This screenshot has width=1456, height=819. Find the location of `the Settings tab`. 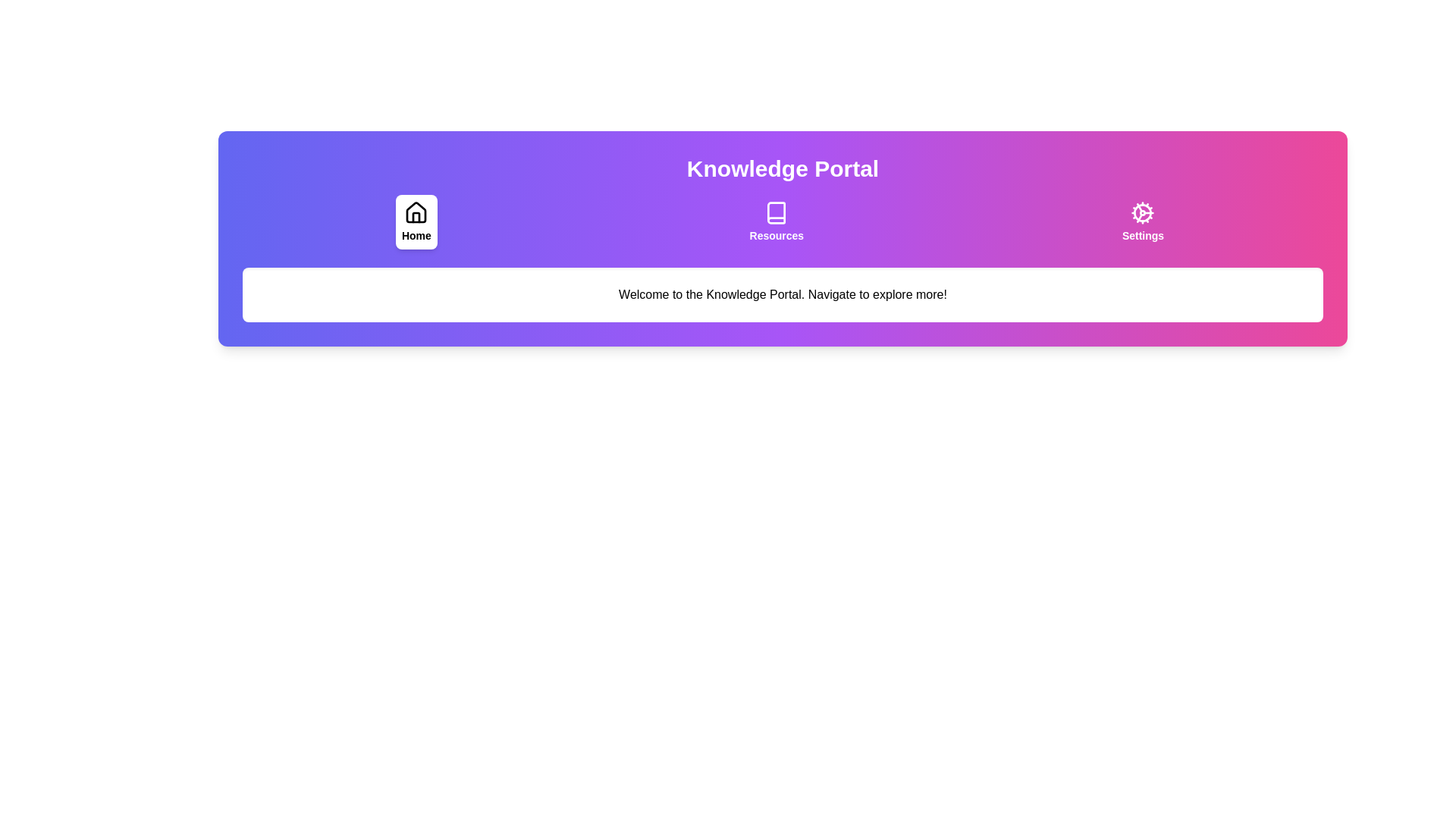

the Settings tab is located at coordinates (1143, 222).